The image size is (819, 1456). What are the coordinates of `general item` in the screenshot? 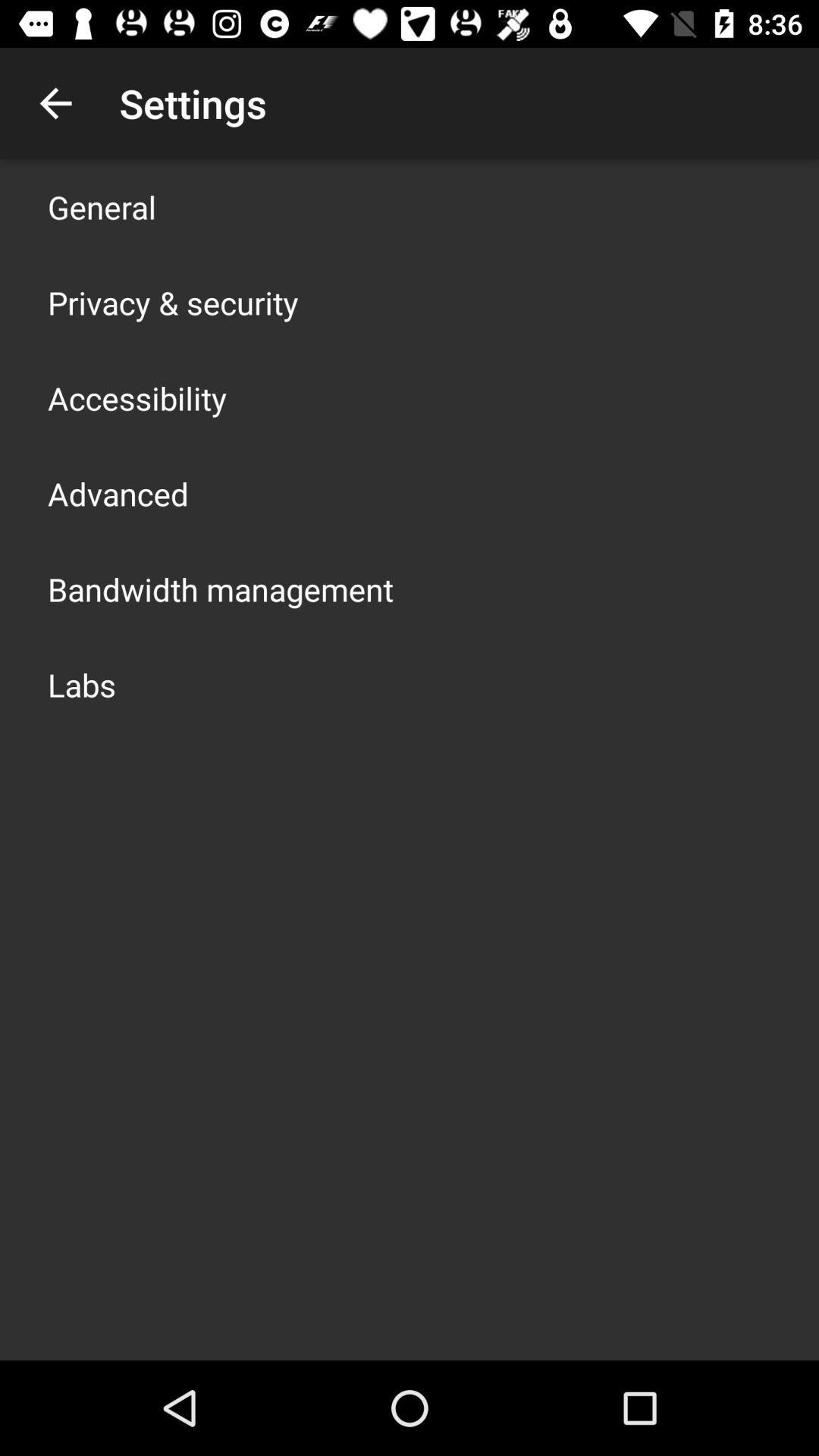 It's located at (102, 206).